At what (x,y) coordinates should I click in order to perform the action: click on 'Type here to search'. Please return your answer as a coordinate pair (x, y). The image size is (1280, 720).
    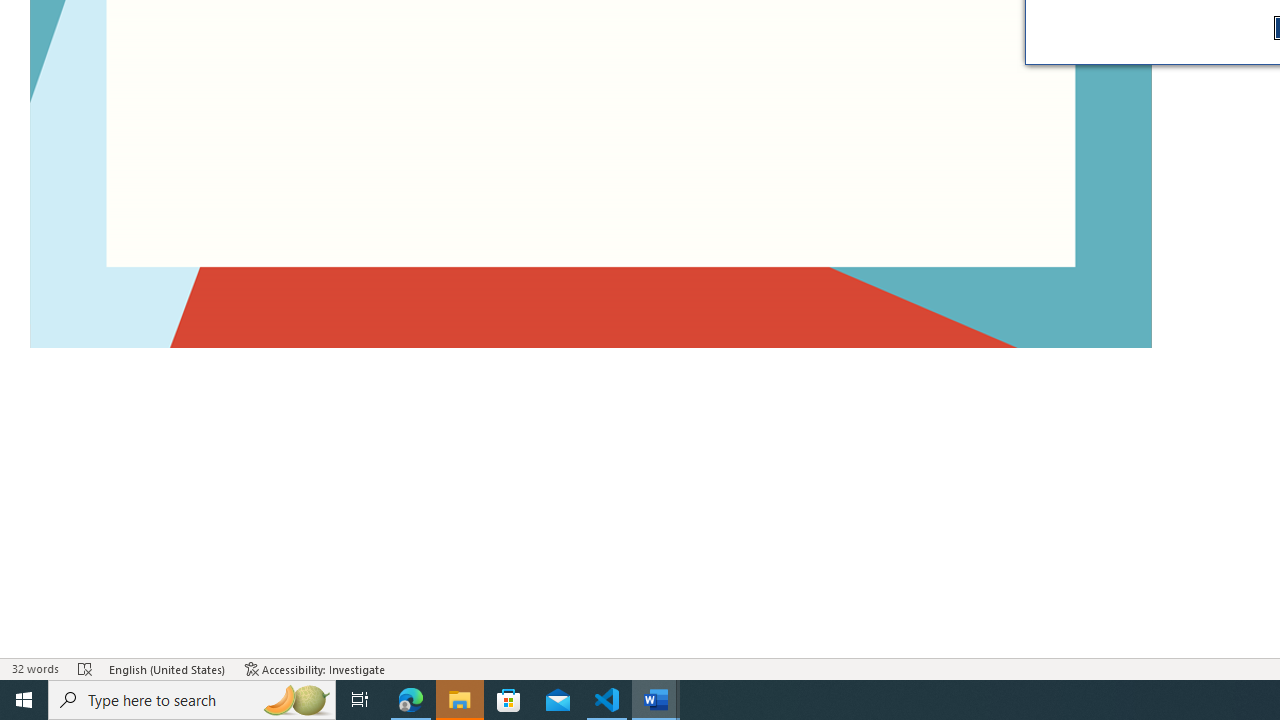
    Looking at the image, I should click on (192, 698).